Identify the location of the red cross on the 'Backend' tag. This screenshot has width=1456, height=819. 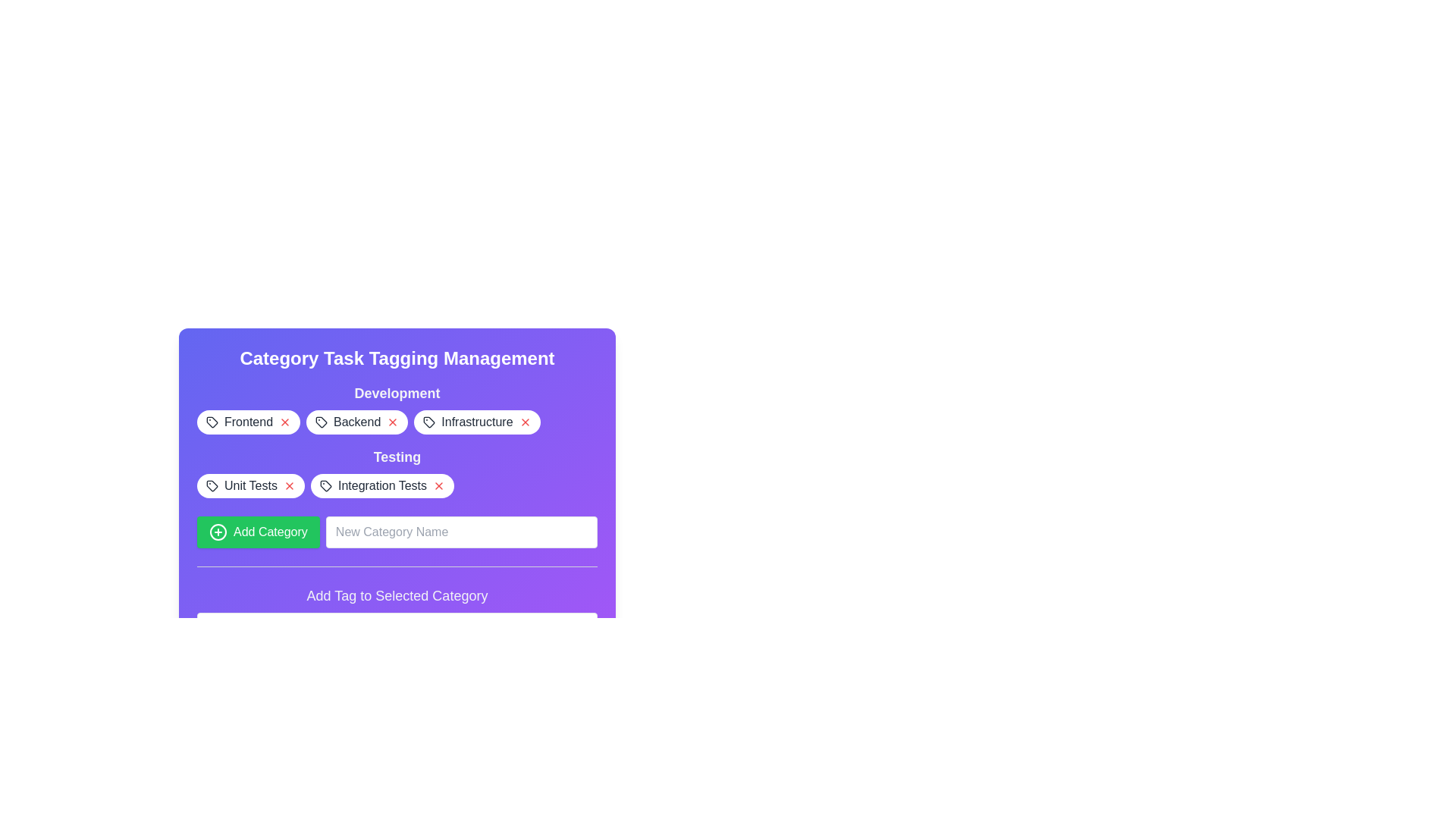
(356, 422).